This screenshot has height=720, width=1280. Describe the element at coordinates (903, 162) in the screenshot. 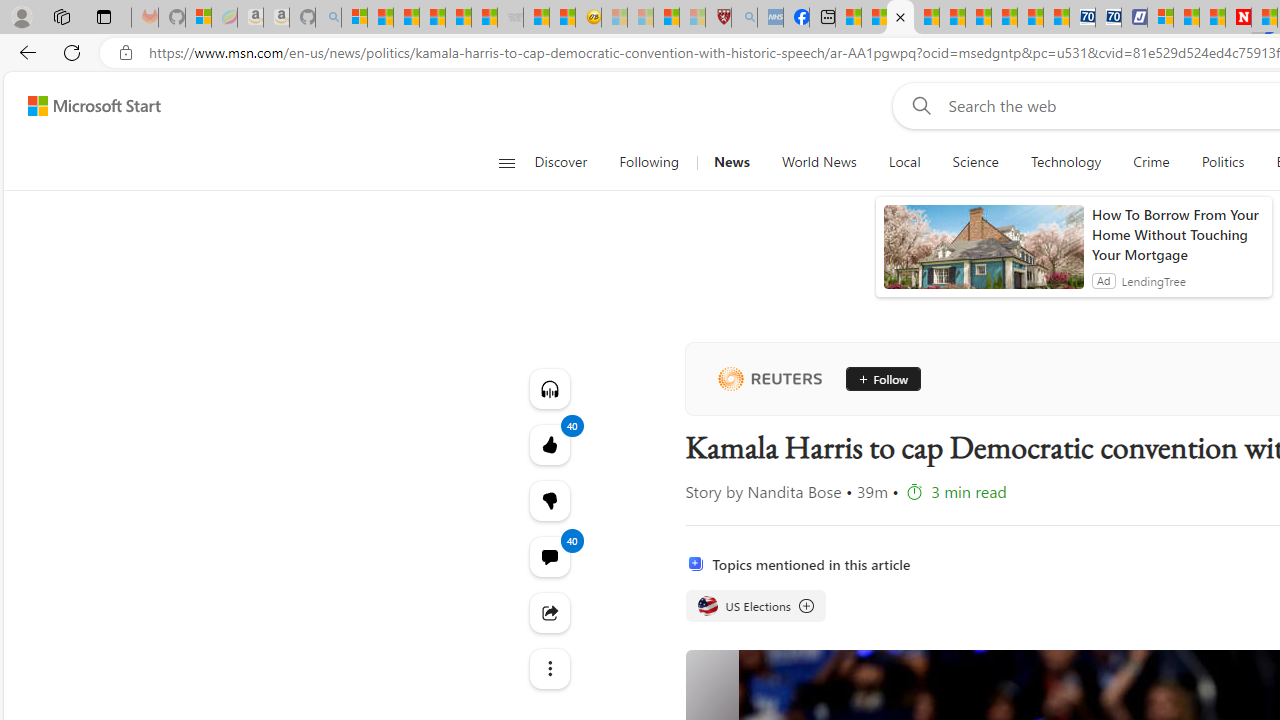

I see `'Local'` at that location.